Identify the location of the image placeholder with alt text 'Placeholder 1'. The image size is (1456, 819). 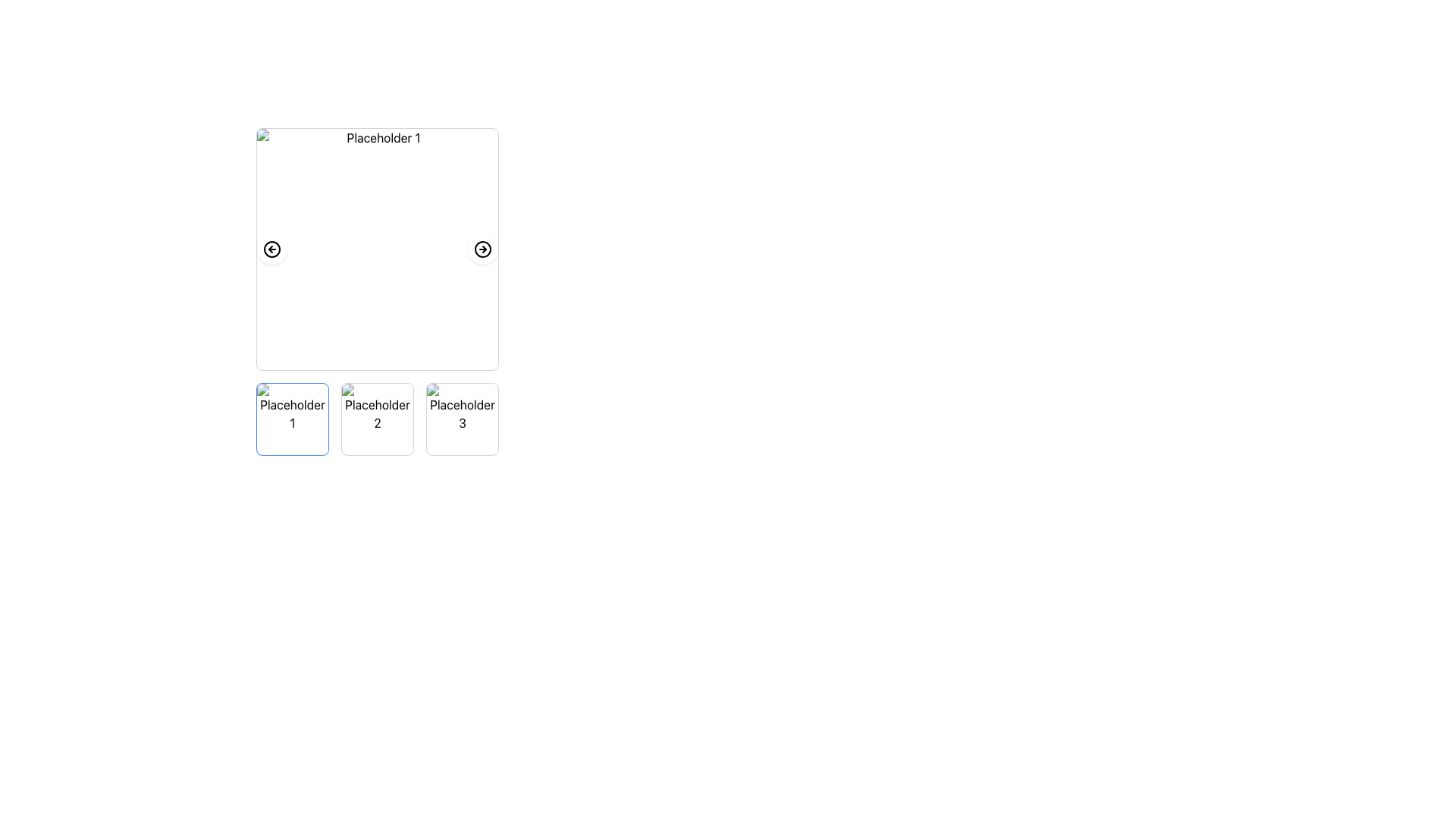
(292, 419).